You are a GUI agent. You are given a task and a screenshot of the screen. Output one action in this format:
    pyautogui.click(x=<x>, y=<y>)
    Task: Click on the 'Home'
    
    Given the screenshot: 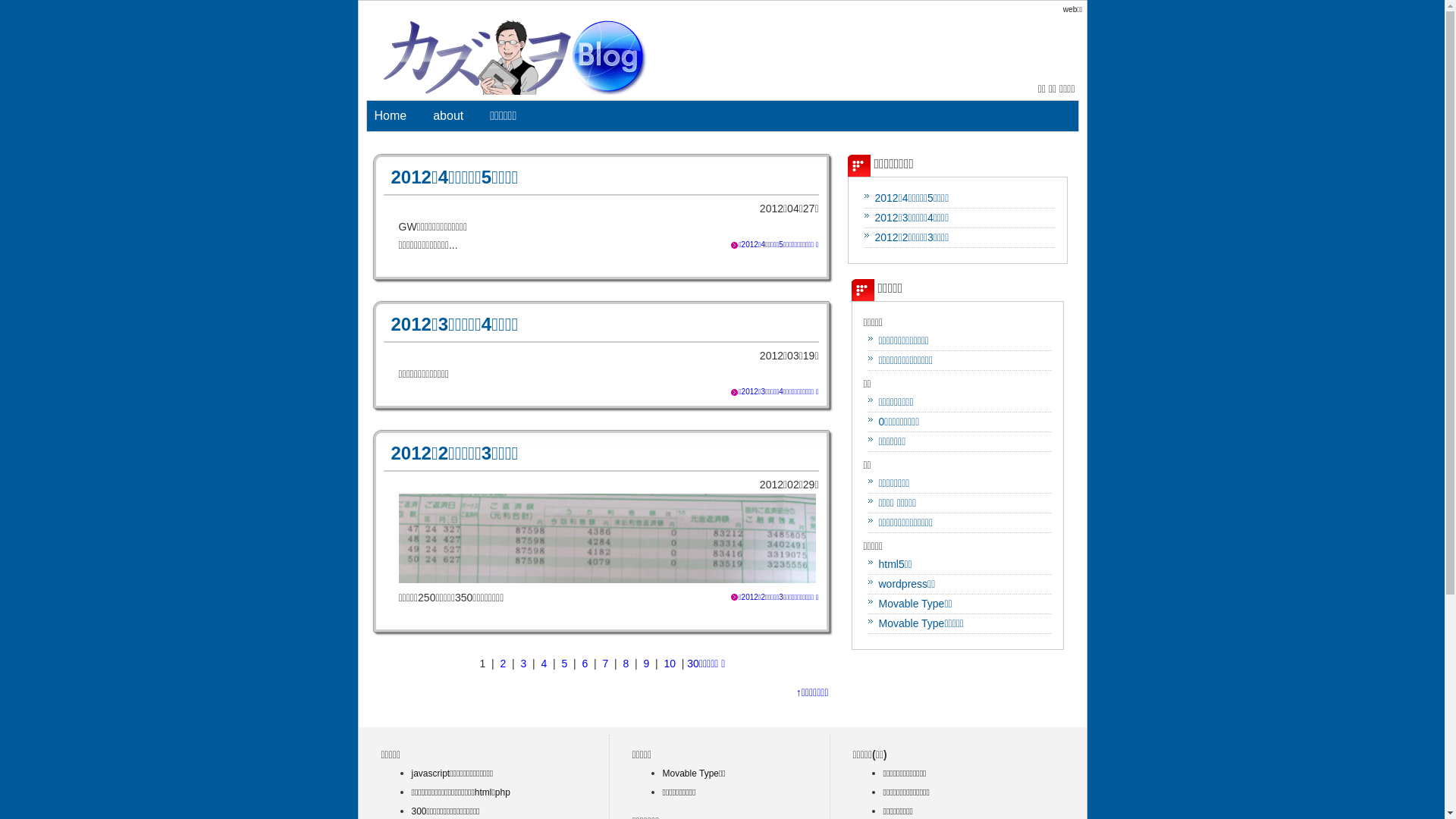 What is the action you would take?
    pyautogui.click(x=391, y=115)
    